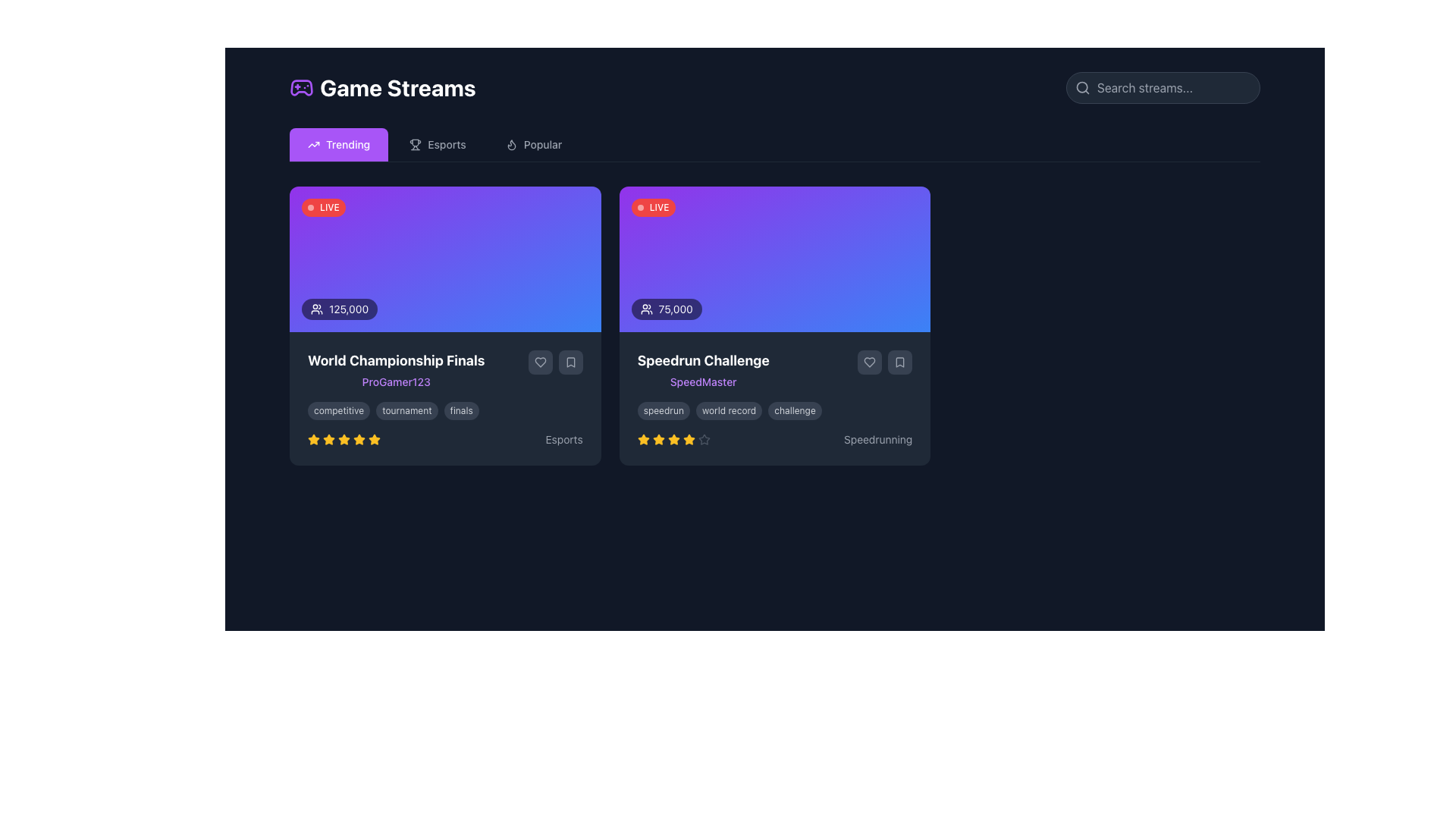 The width and height of the screenshot is (1456, 819). Describe the element at coordinates (542, 145) in the screenshot. I see `the navigation tab text label that sorts content by popularity, located to the right of the 'Esports' label and next to a flame icon` at that location.